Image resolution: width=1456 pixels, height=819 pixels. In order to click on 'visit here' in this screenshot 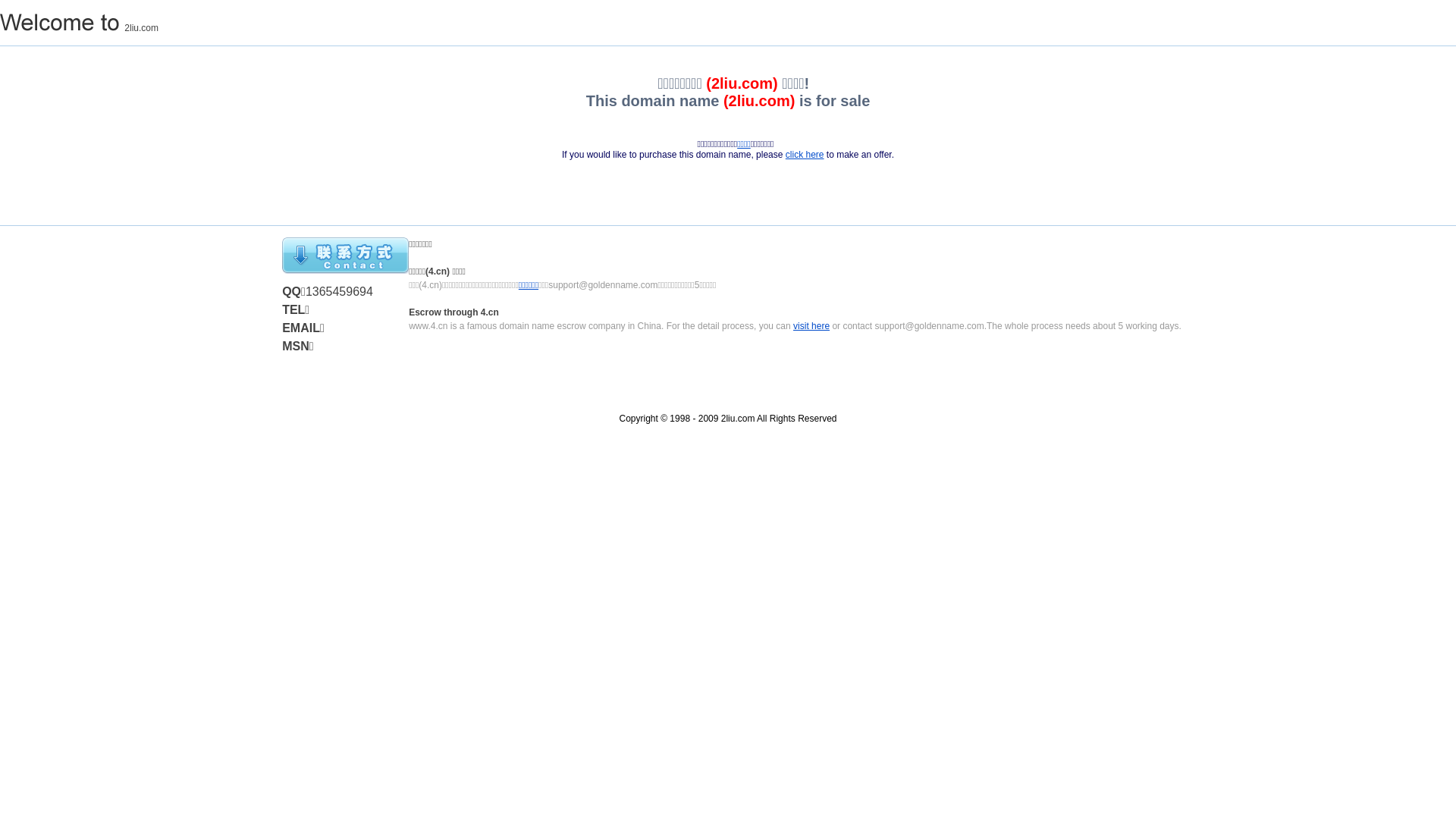, I will do `click(792, 325)`.